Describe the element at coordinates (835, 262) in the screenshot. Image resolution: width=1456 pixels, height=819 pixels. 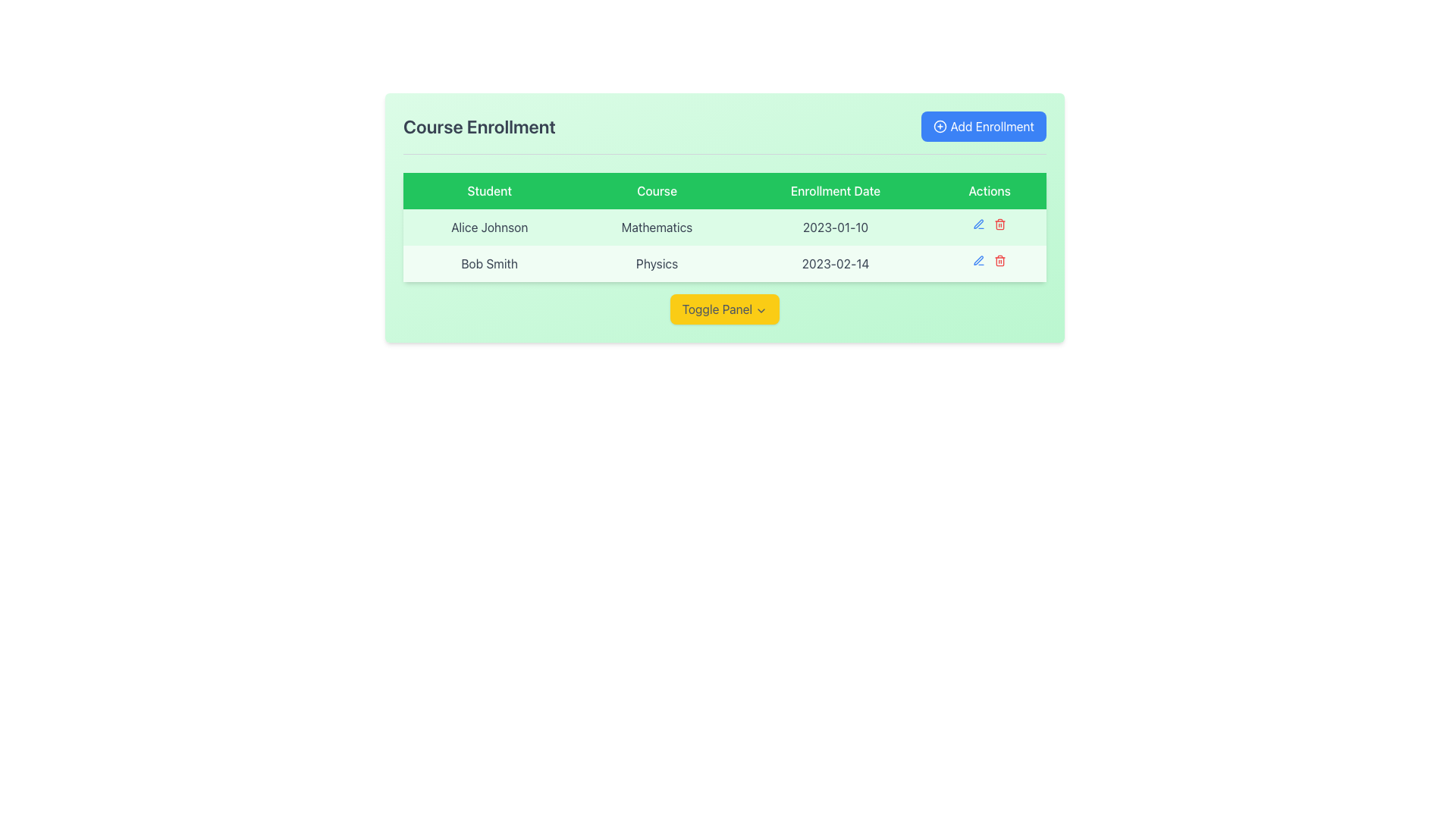
I see `the displayed information in the third cell of the second row under the 'Enrollment Date' column, which shows the enrollment date for a specific student` at that location.